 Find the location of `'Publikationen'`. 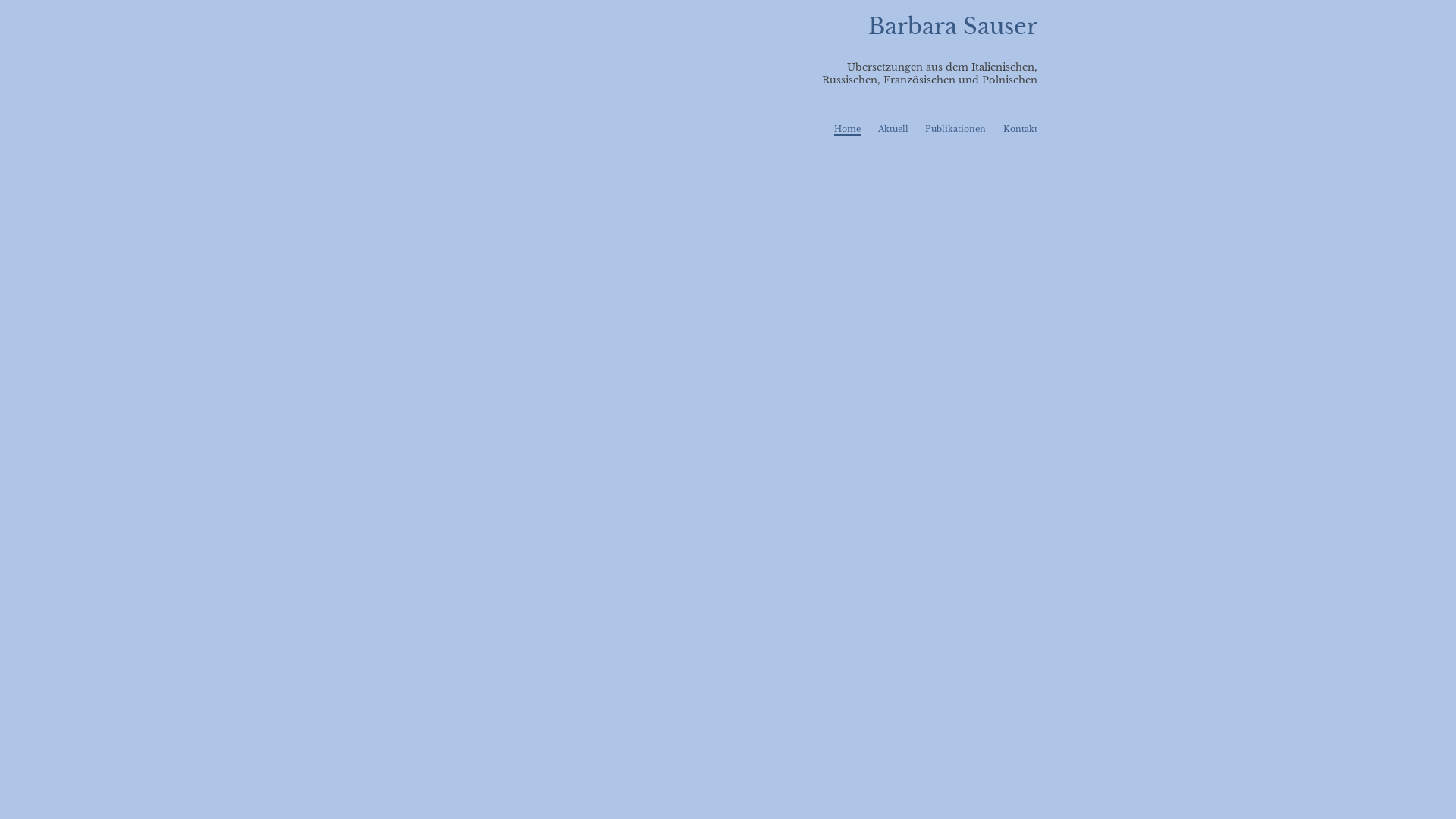

'Publikationen' is located at coordinates (954, 127).